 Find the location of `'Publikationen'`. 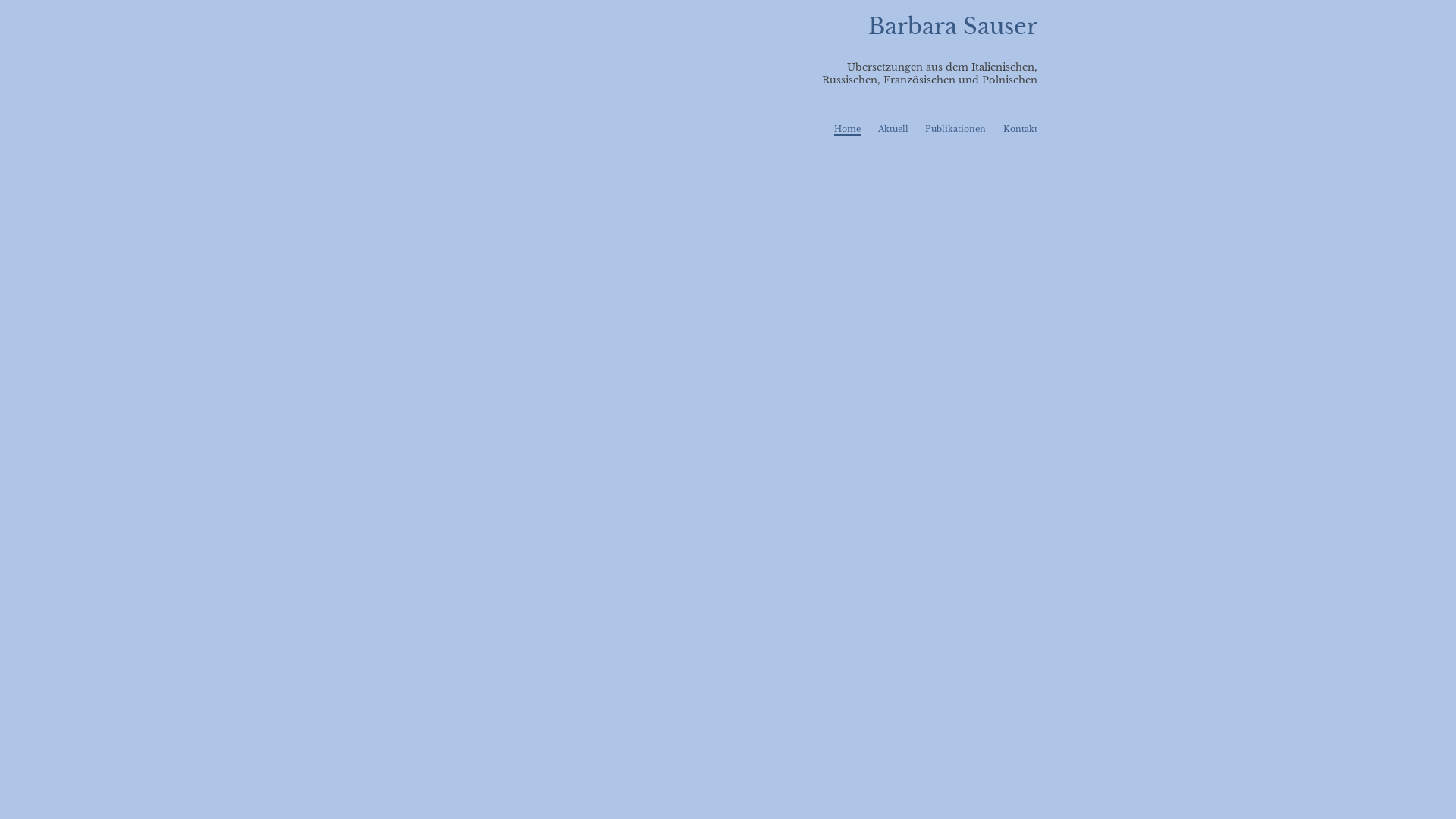

'Publikationen' is located at coordinates (954, 127).